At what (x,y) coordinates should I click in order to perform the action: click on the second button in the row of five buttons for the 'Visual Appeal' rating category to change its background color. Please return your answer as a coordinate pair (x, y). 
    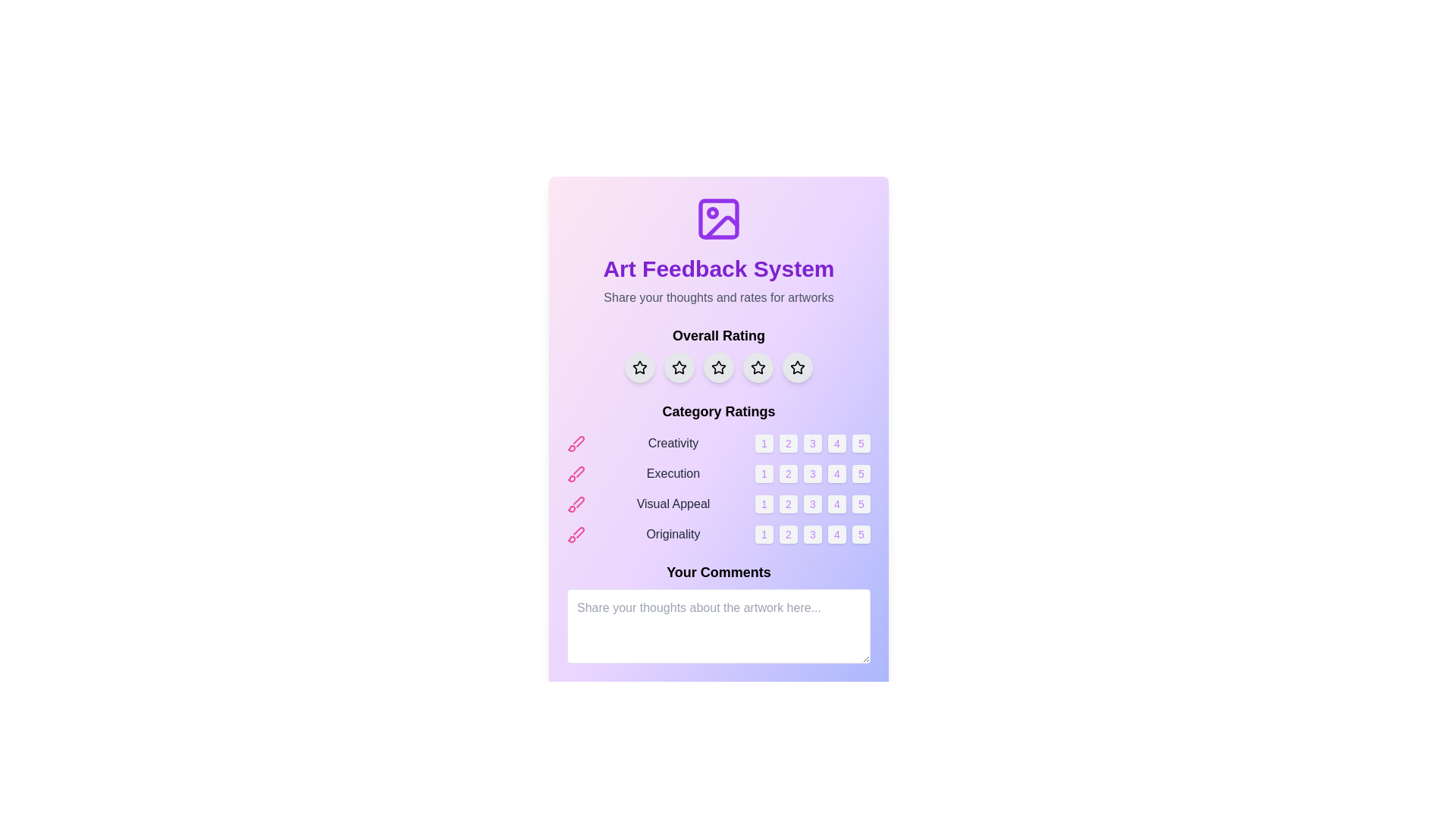
    Looking at the image, I should click on (789, 504).